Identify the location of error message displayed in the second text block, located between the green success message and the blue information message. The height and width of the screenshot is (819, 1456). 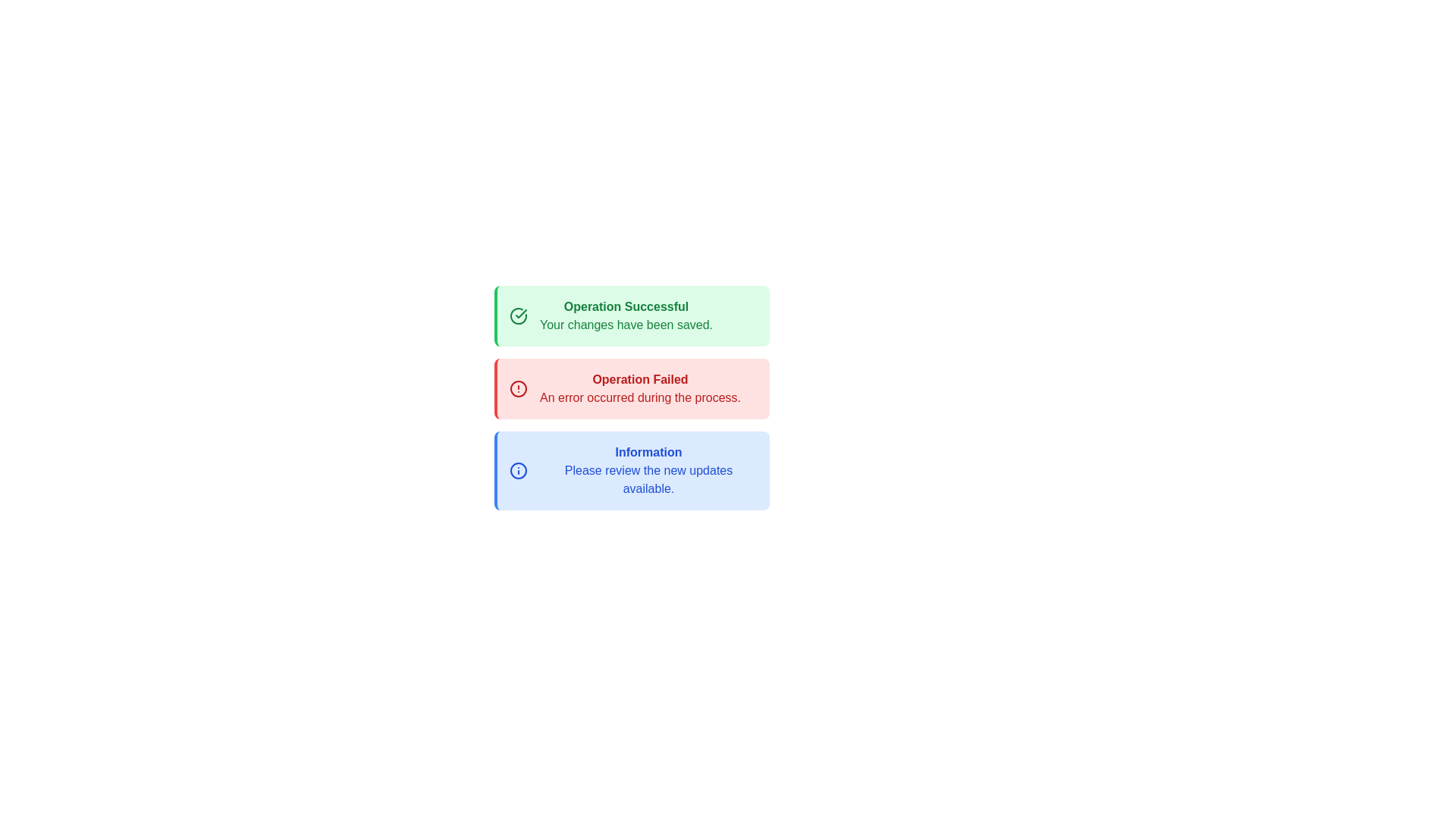
(640, 388).